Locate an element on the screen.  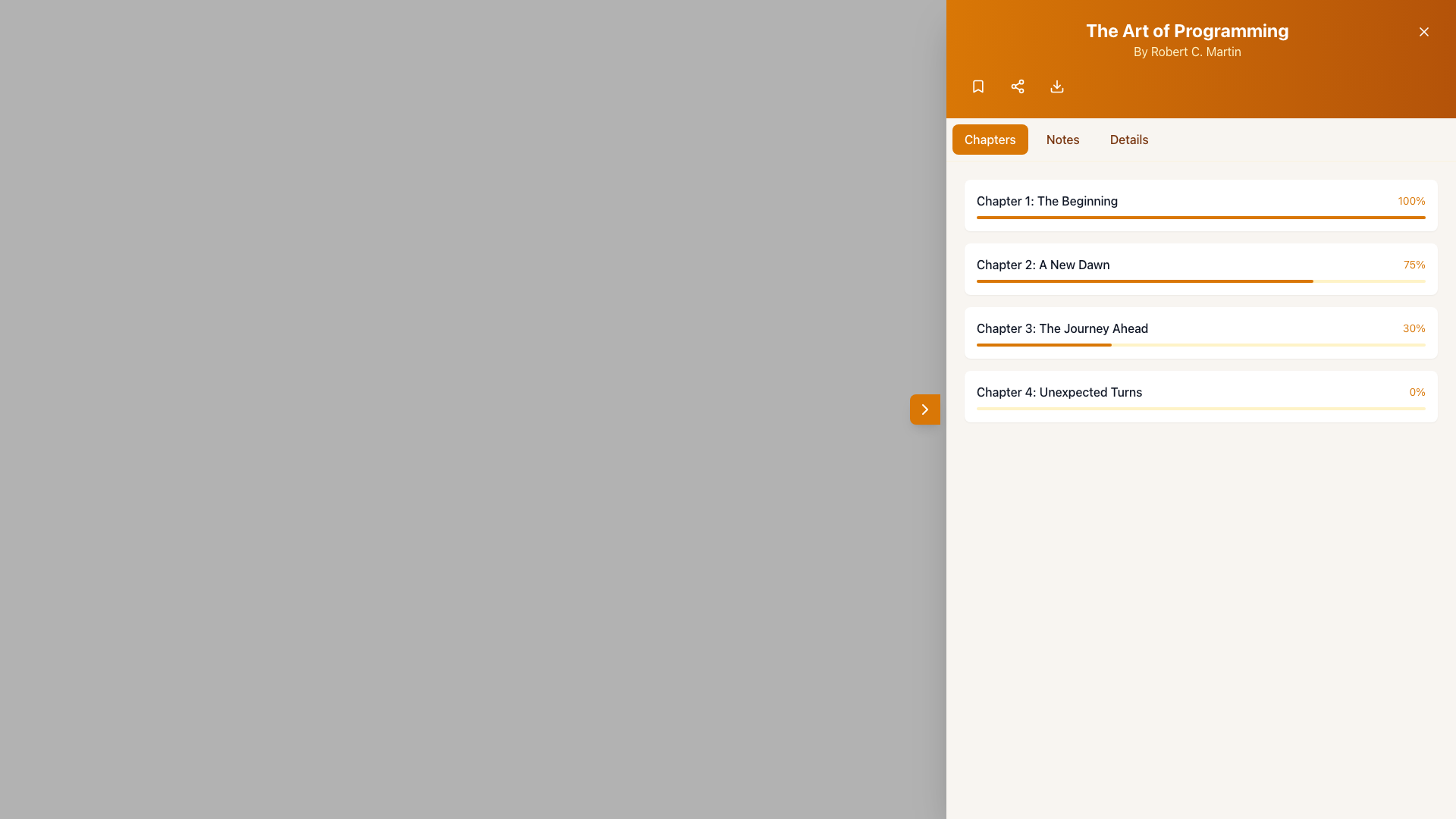
the fourth chapter title and progress status display in the right sidebar, which shows the chapter's title and completion percentage is located at coordinates (1200, 391).